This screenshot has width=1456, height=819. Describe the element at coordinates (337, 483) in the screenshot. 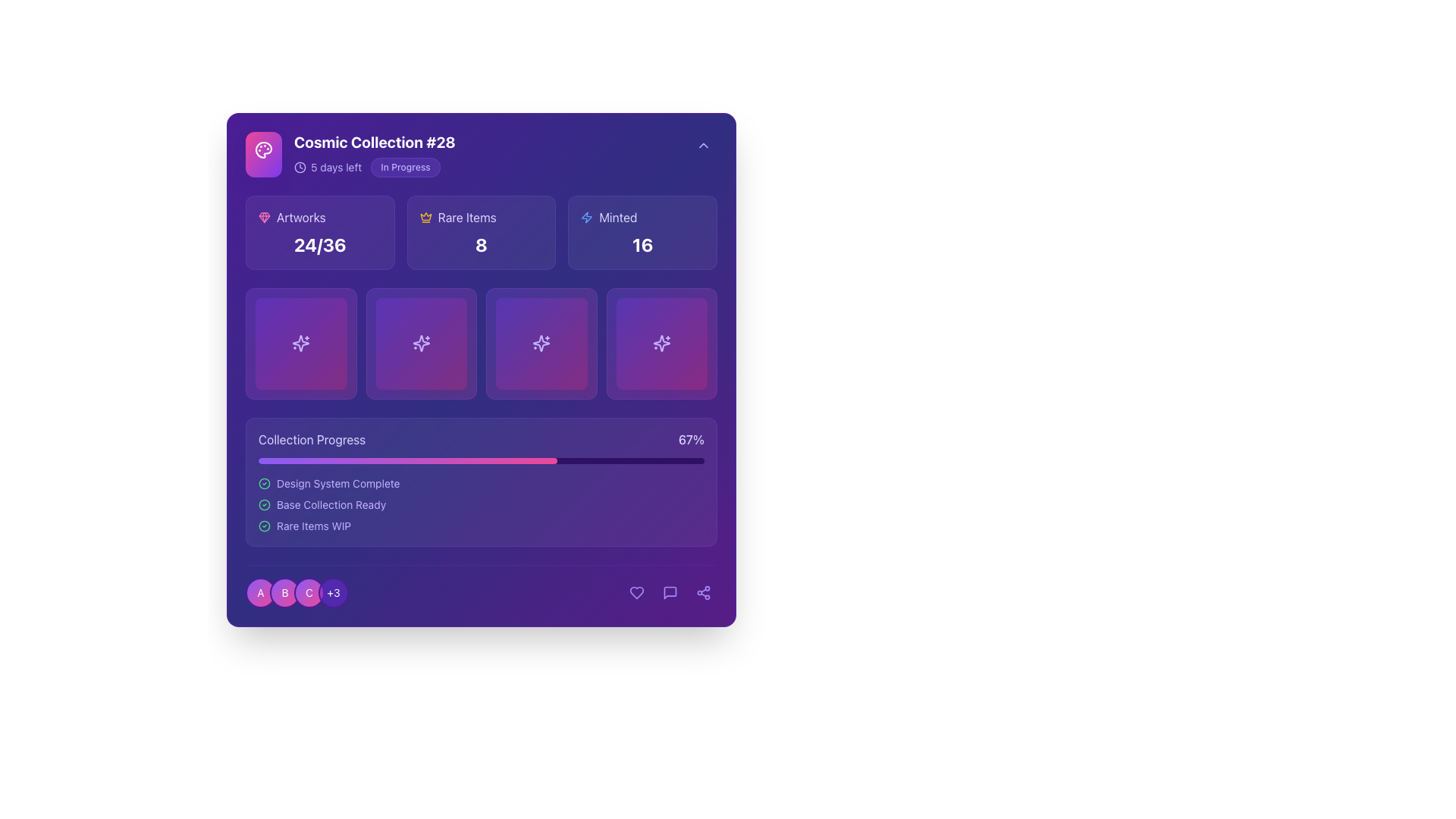

I see `the text label displaying 'Design System Complete' in the 'Collection Progress' section, which is styled with a small sans-serif font and a violet hue, indicating a completed task` at that location.